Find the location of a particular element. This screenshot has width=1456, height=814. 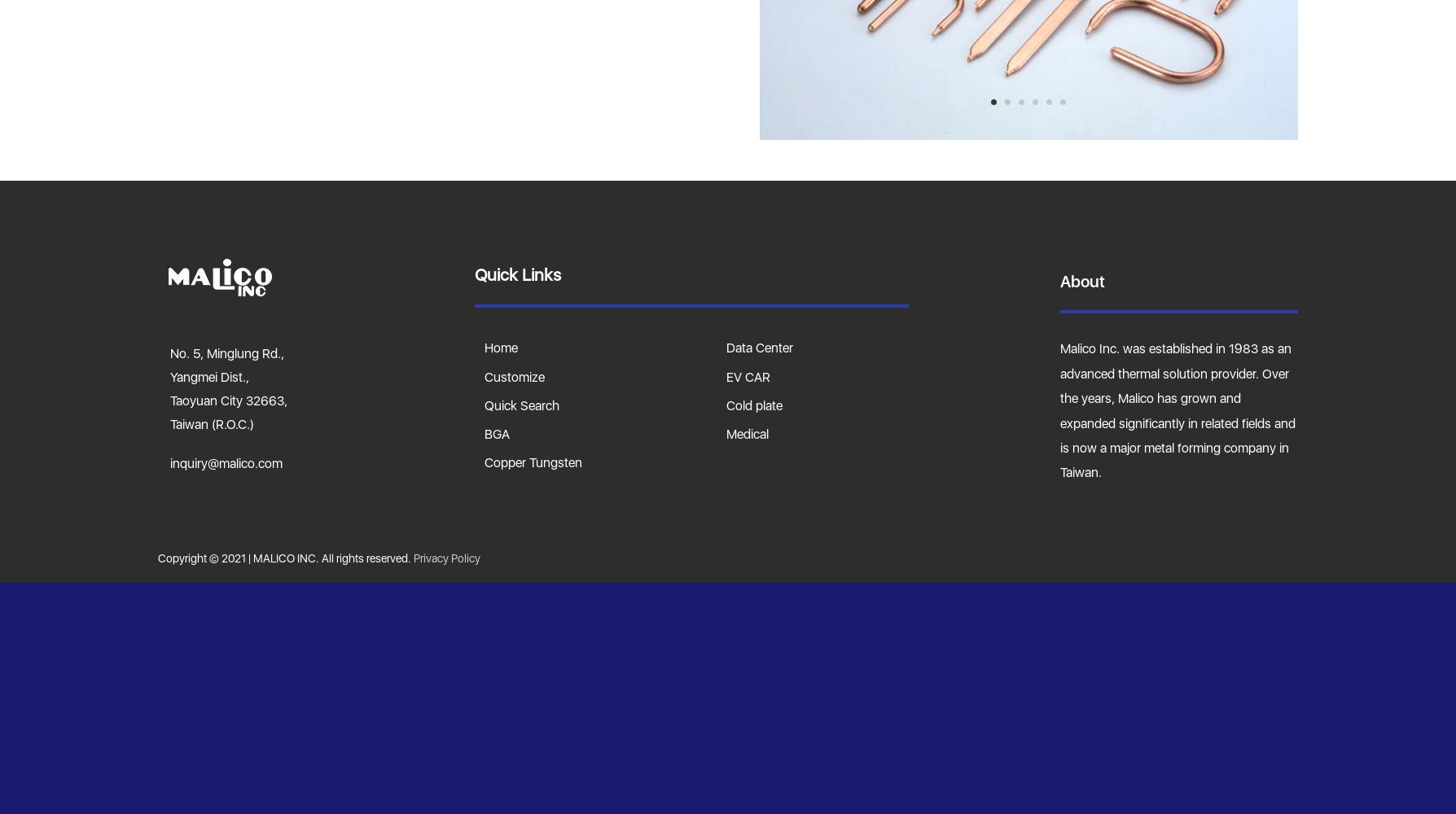

'Privacy Policy' is located at coordinates (446, 557).